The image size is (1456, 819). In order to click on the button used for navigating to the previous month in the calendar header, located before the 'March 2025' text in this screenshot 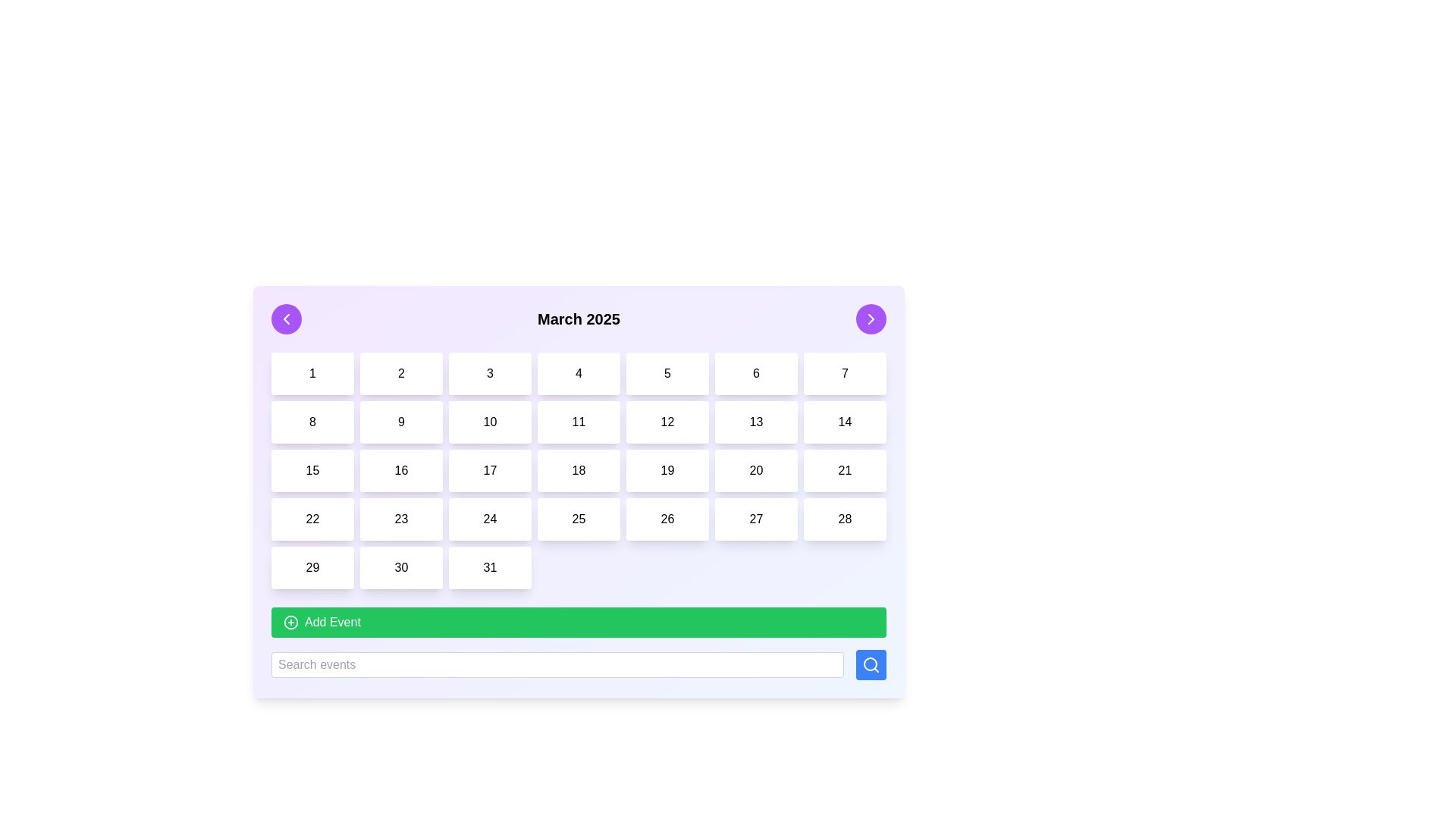, I will do `click(287, 318)`.